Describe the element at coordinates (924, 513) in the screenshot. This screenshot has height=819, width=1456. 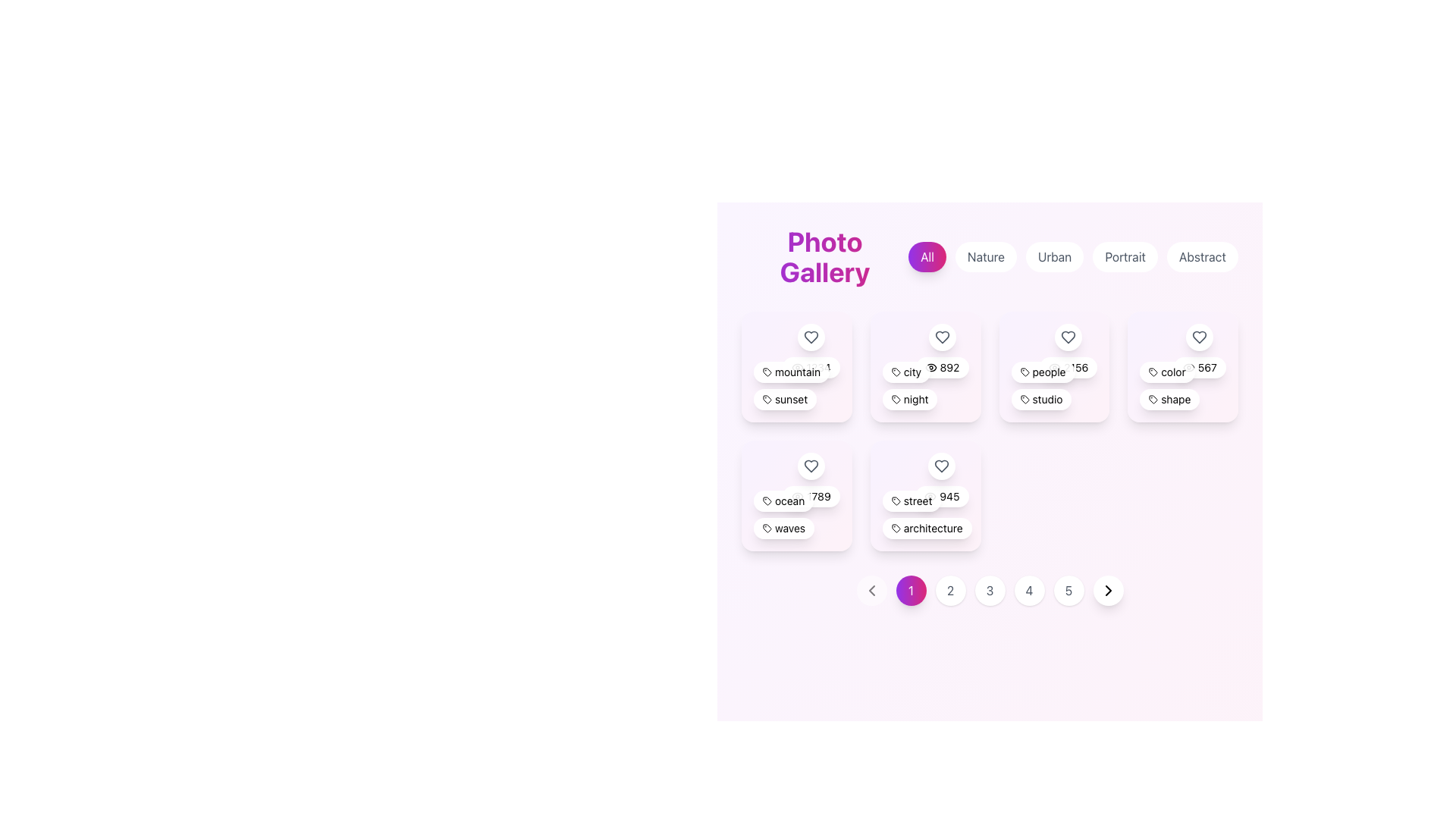
I see `the label containing multiple tags at the bottom of the card displaying 'street 945' to interact with associated actions` at that location.